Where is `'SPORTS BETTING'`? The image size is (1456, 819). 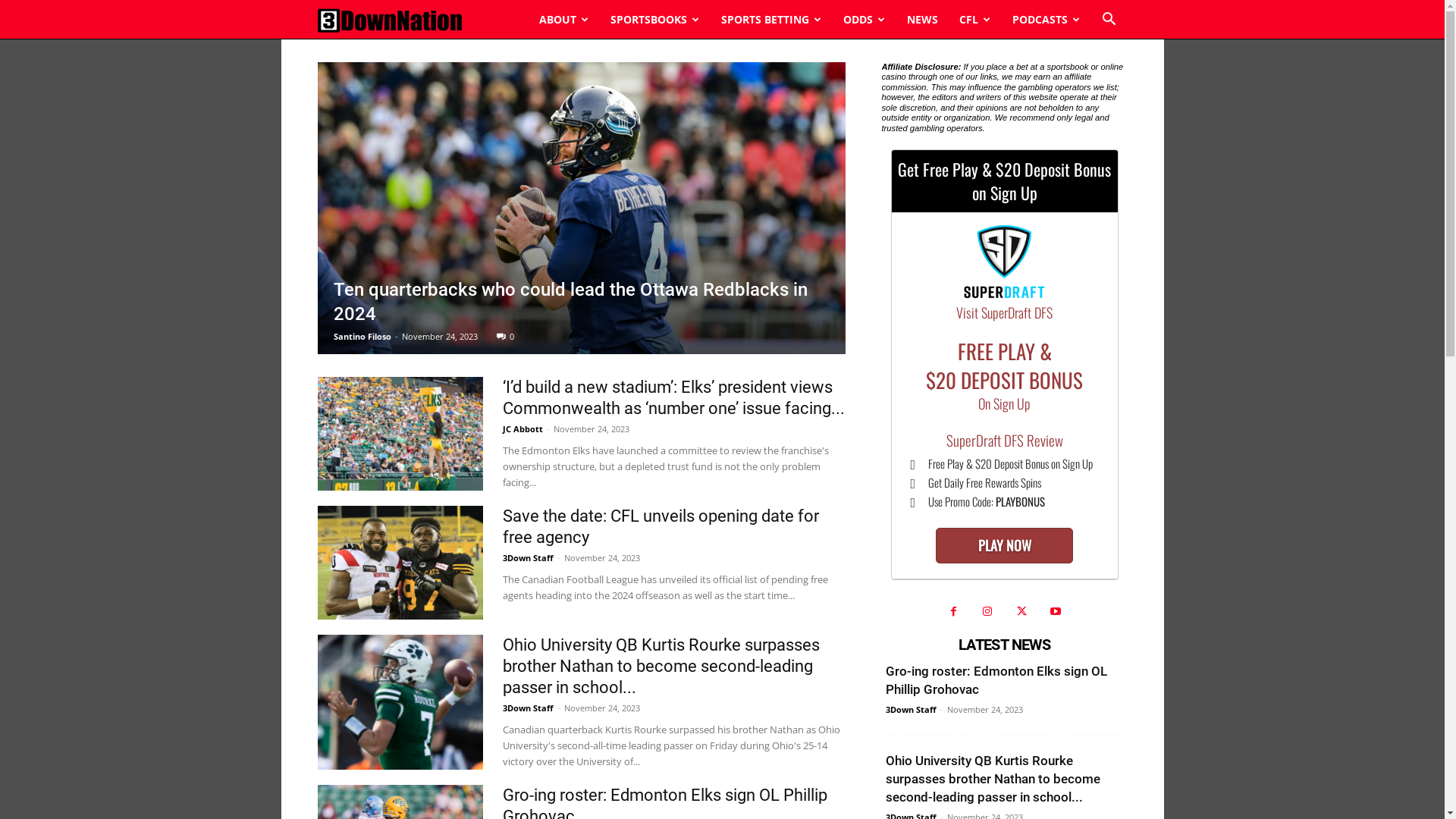 'SPORTS BETTING' is located at coordinates (770, 20).